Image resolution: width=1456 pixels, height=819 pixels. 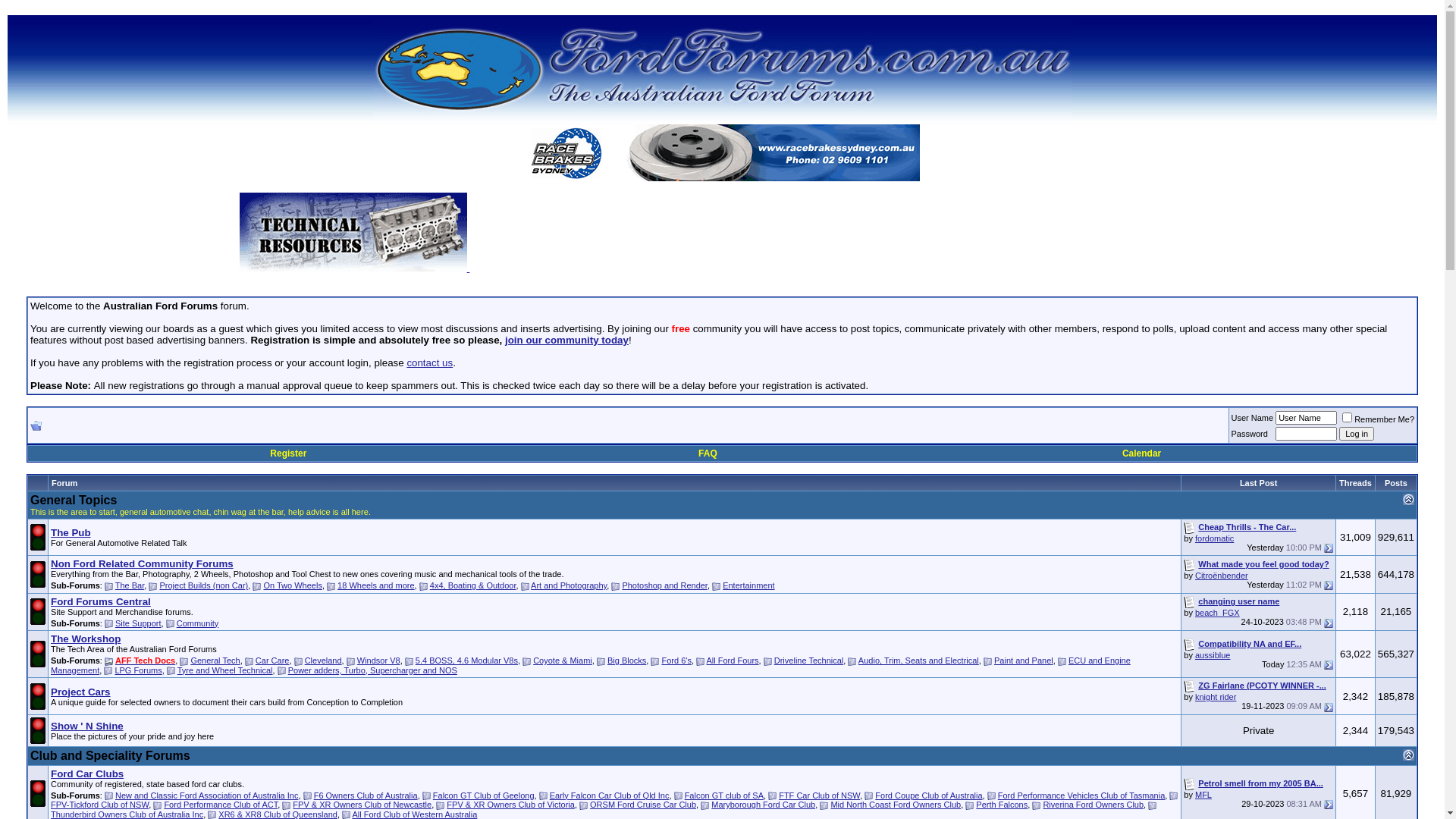 I want to click on 'Compatibility NA and EF...', so click(x=1249, y=643).